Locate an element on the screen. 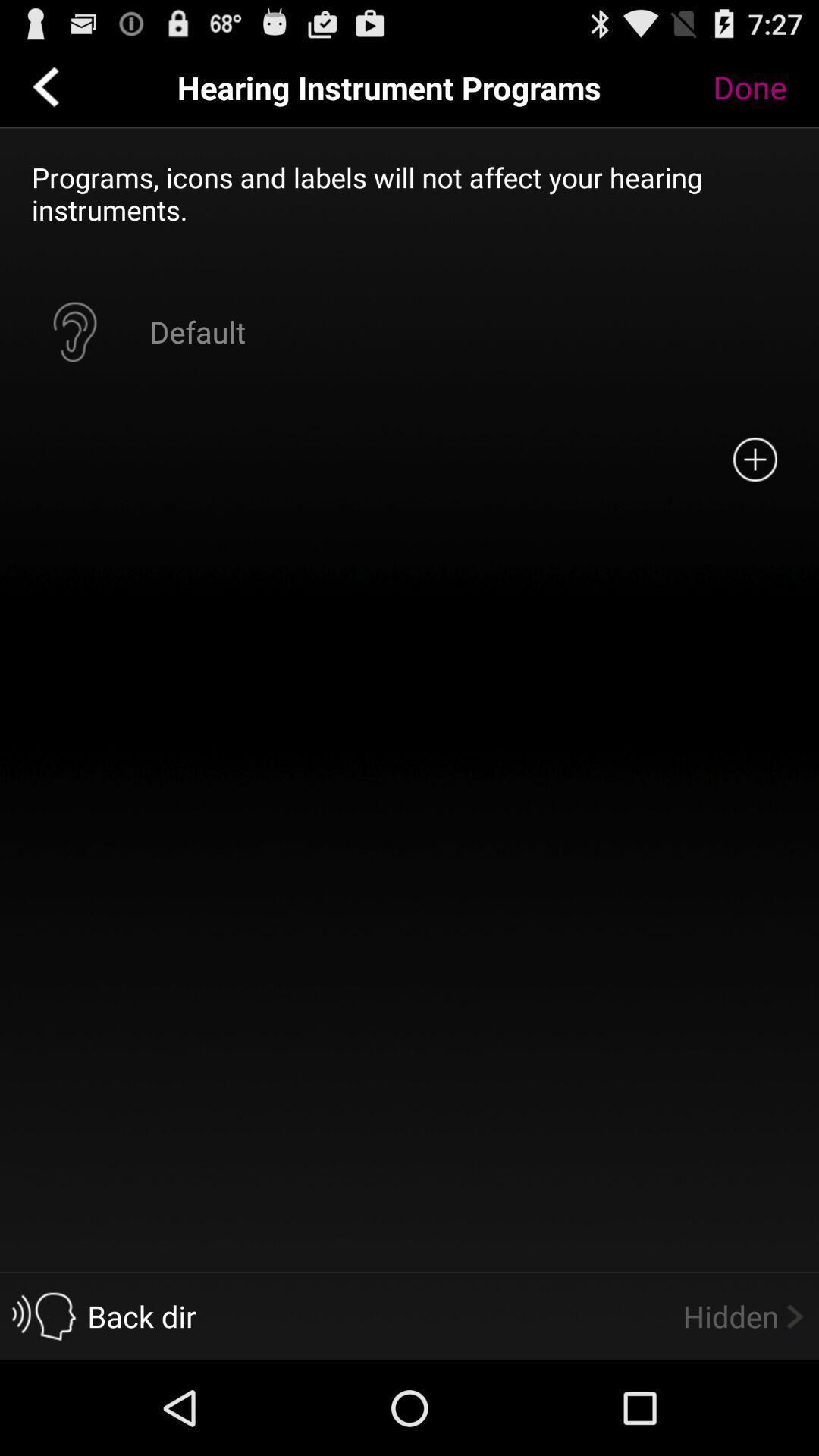 This screenshot has height=1456, width=819. the add icon is located at coordinates (755, 491).